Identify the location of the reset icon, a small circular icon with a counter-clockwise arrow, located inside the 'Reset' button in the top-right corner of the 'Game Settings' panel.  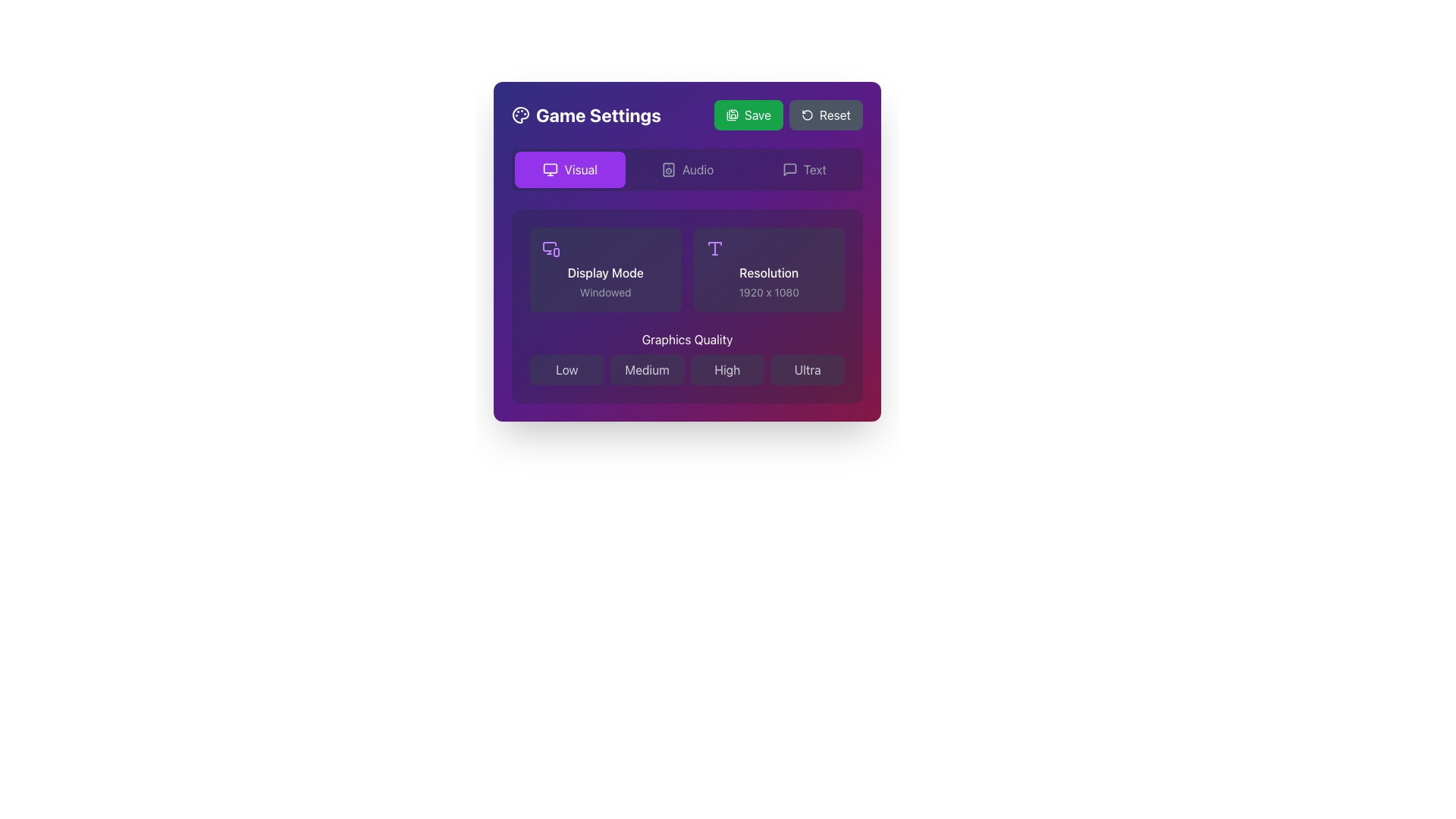
(806, 114).